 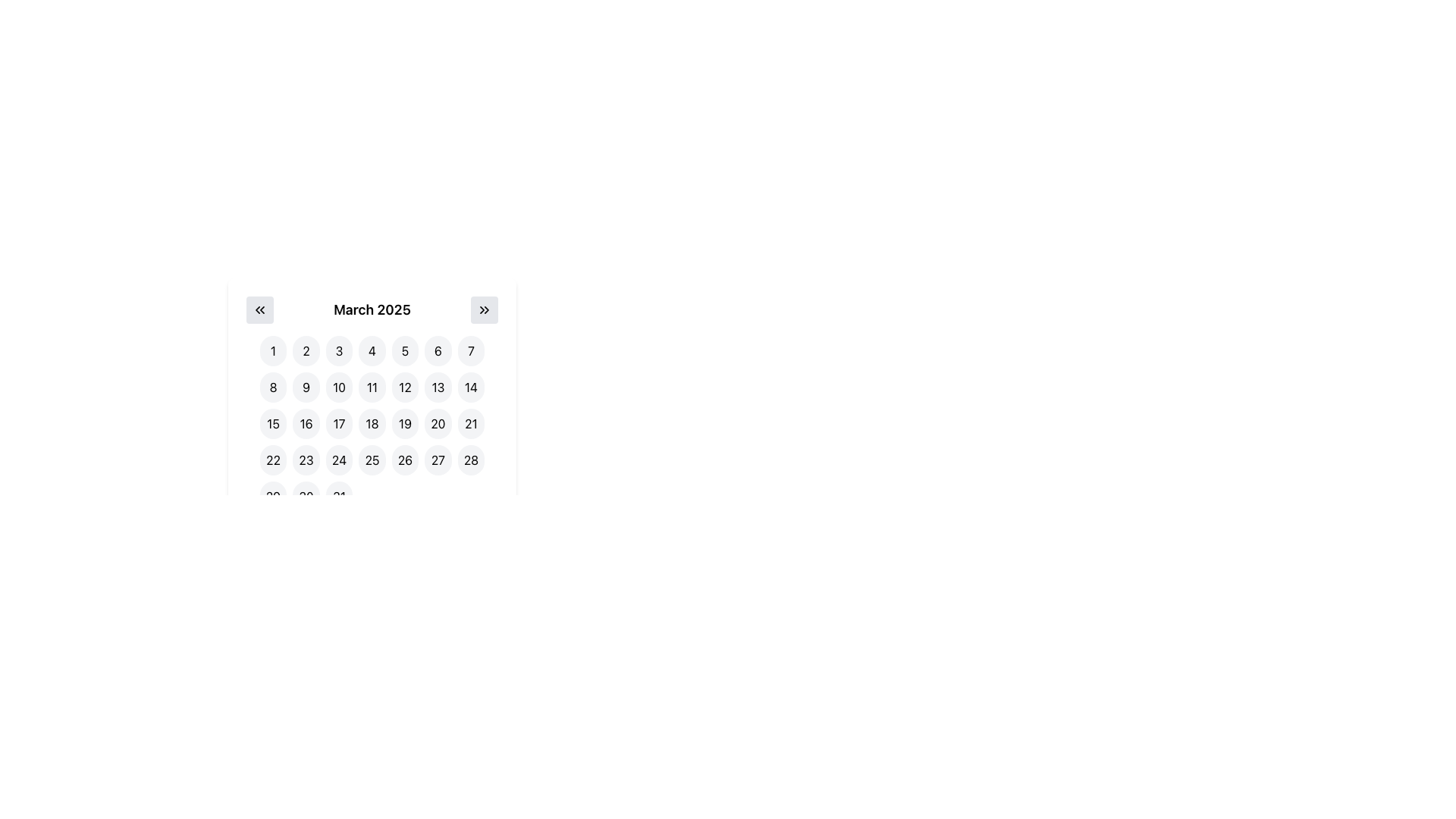 I want to click on the interactive date button located in the grid under the header 'March 2025', so click(x=372, y=424).